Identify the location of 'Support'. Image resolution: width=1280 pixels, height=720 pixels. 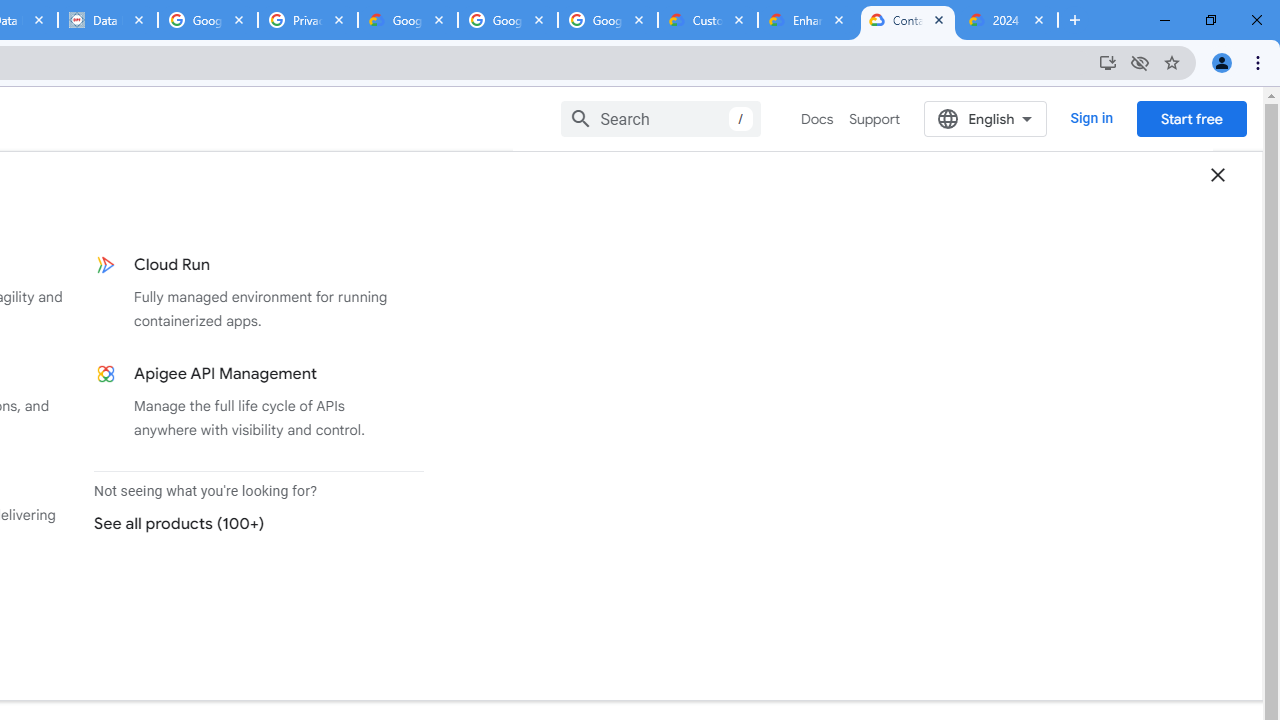
(874, 119).